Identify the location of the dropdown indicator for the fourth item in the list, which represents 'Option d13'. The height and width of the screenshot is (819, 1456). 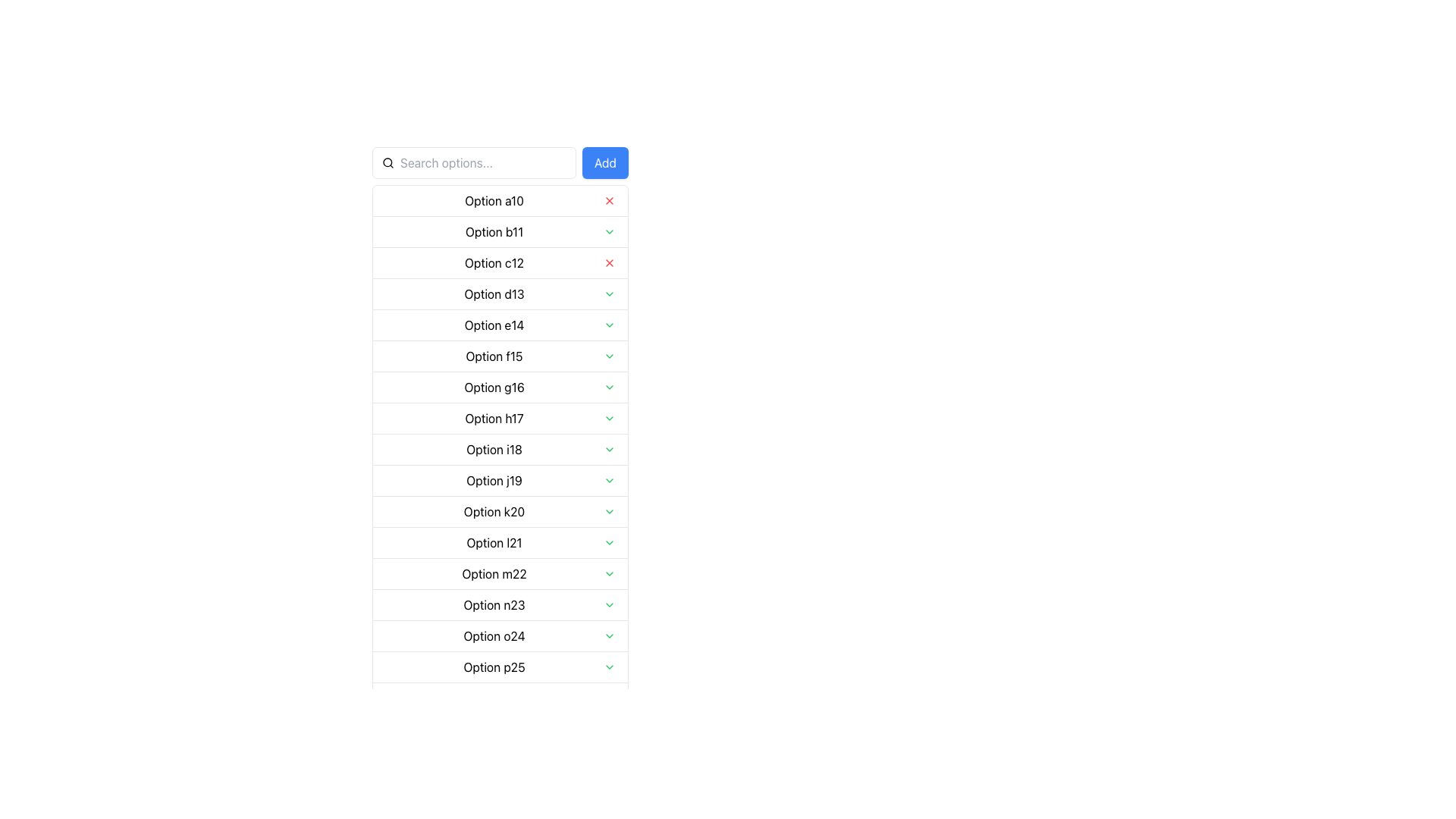
(500, 293).